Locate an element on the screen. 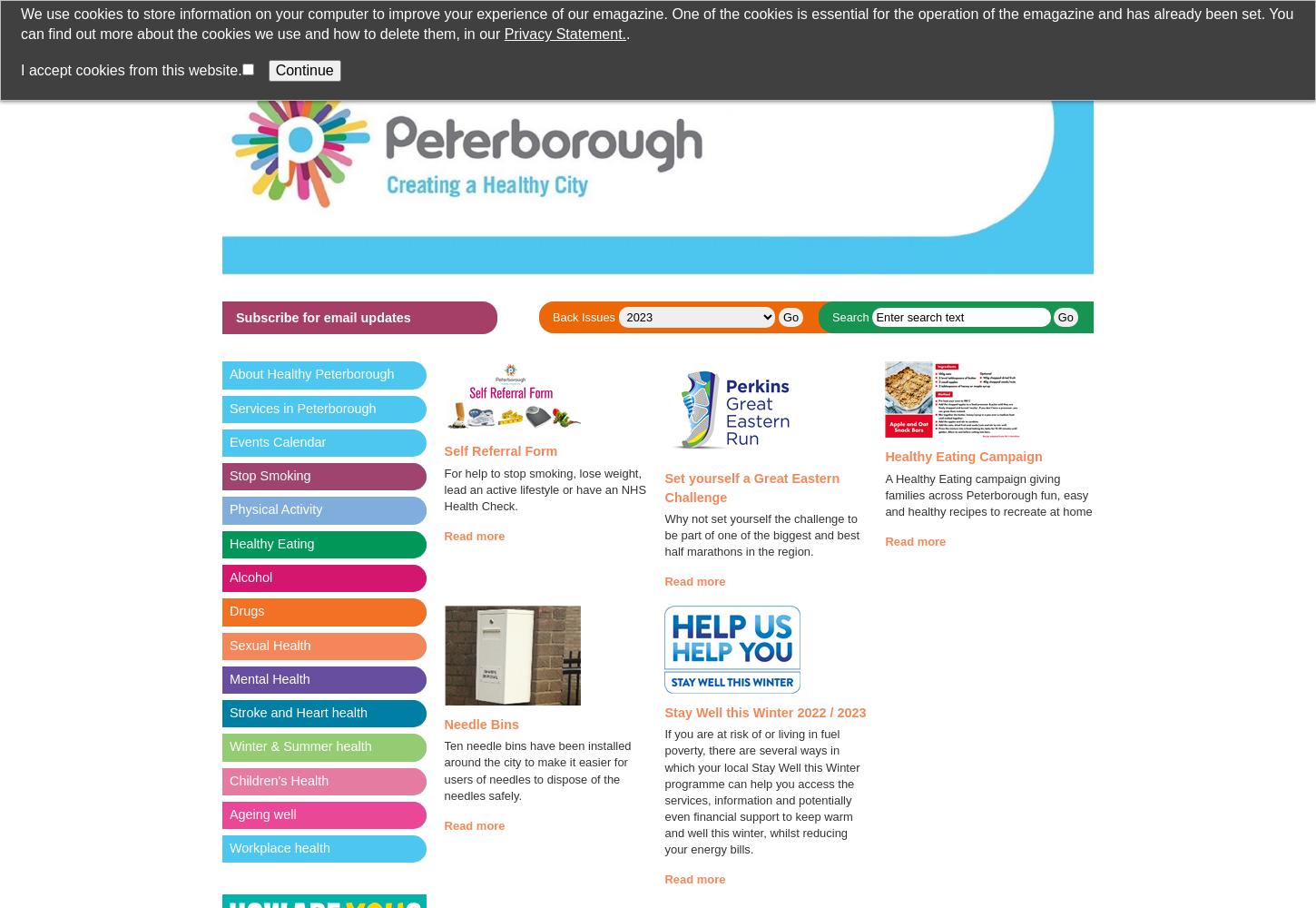  'Drugs' is located at coordinates (247, 611).